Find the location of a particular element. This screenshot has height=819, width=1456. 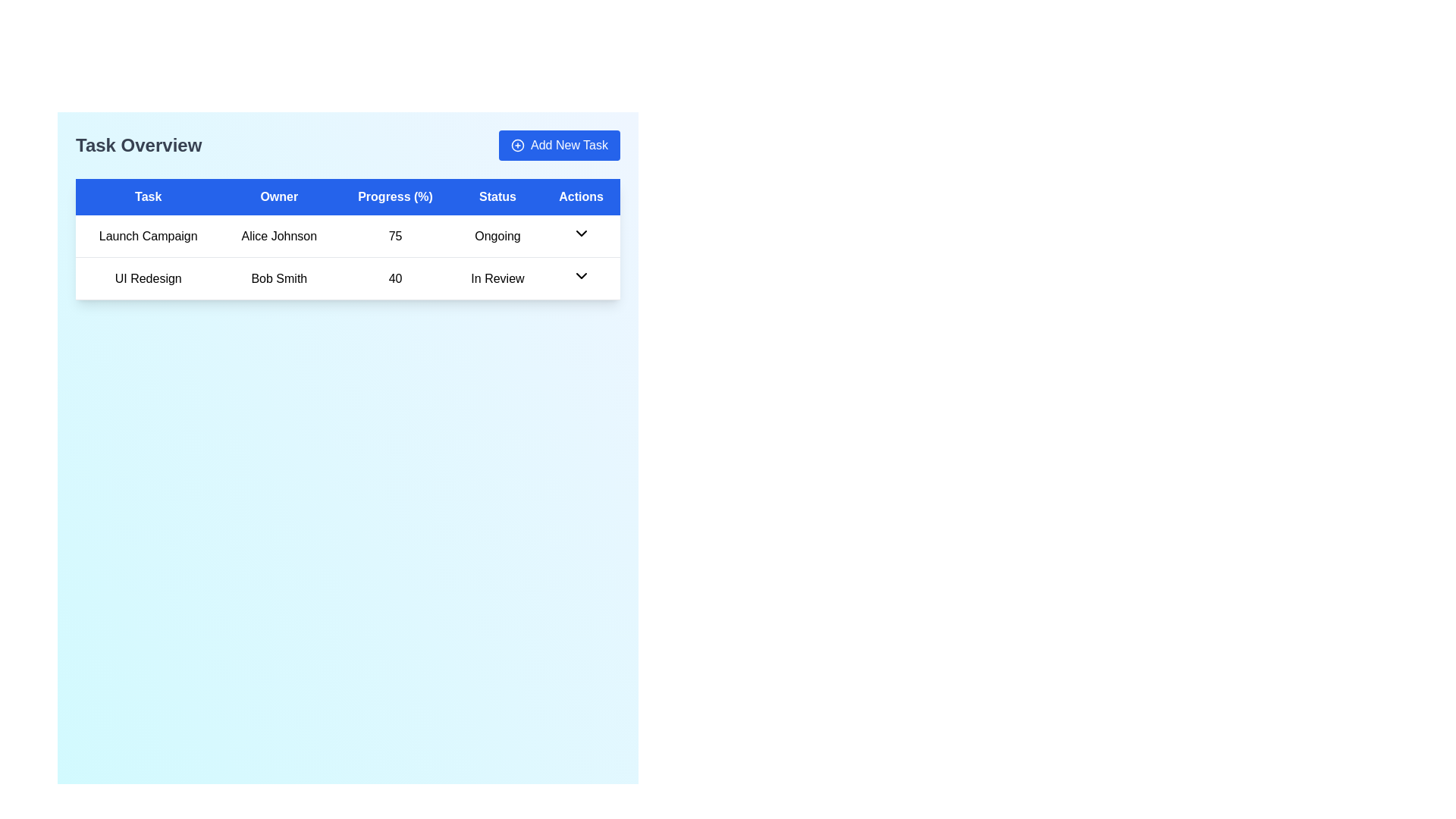

the 'Launch Campaign' status text label located in the first row of the table under the 'Status' heading, which indicates an ongoing task is located at coordinates (497, 236).